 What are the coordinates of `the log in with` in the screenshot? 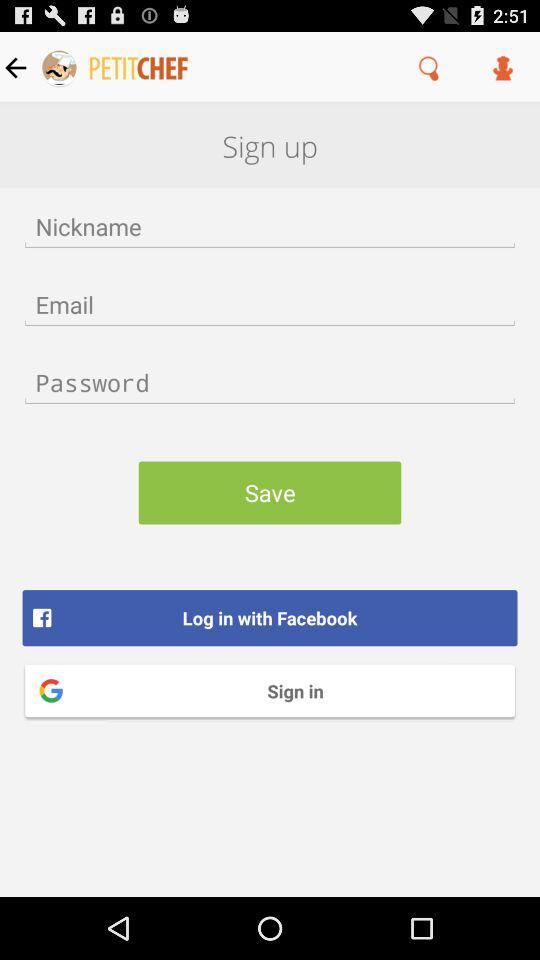 It's located at (270, 617).